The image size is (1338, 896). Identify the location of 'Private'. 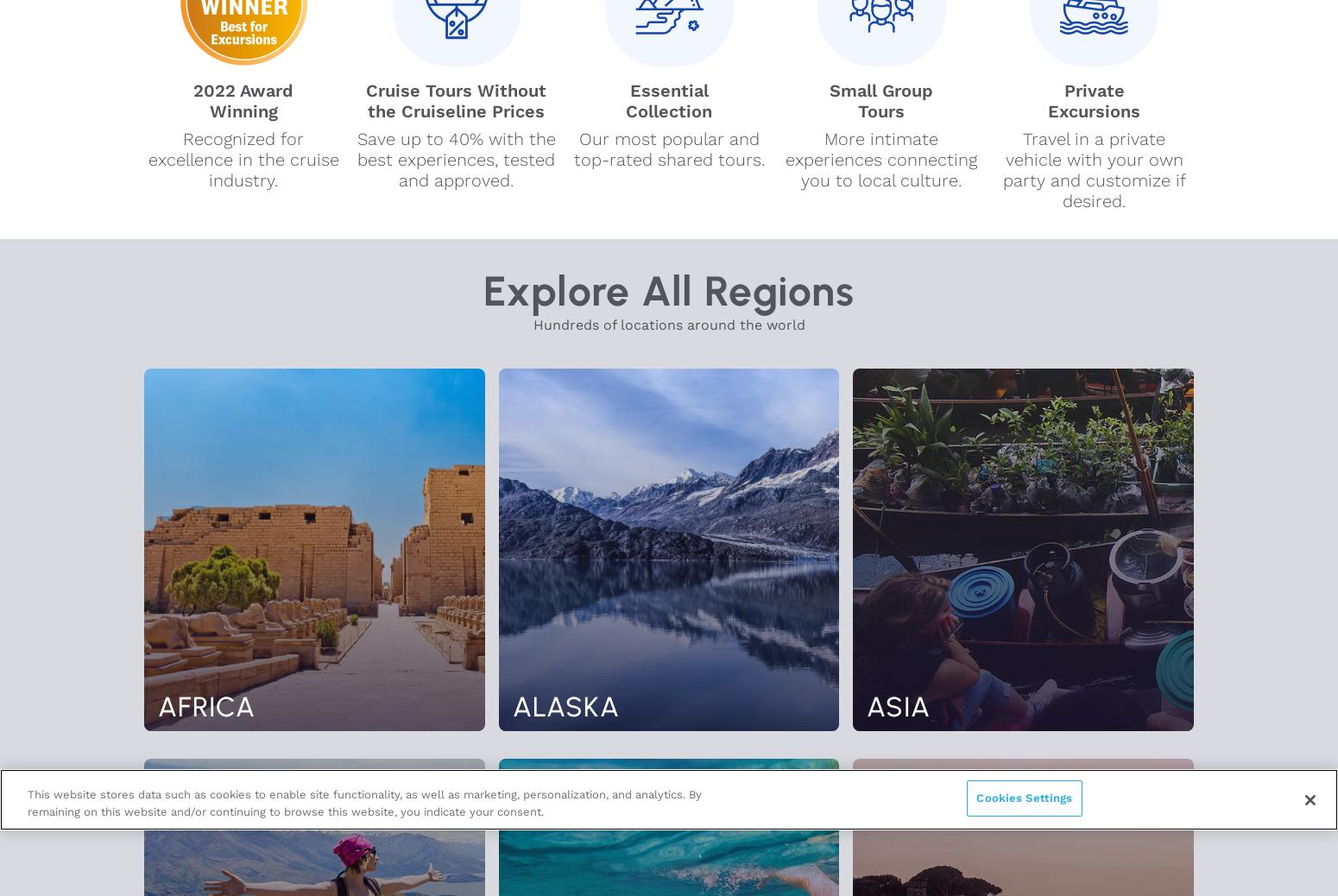
(1092, 89).